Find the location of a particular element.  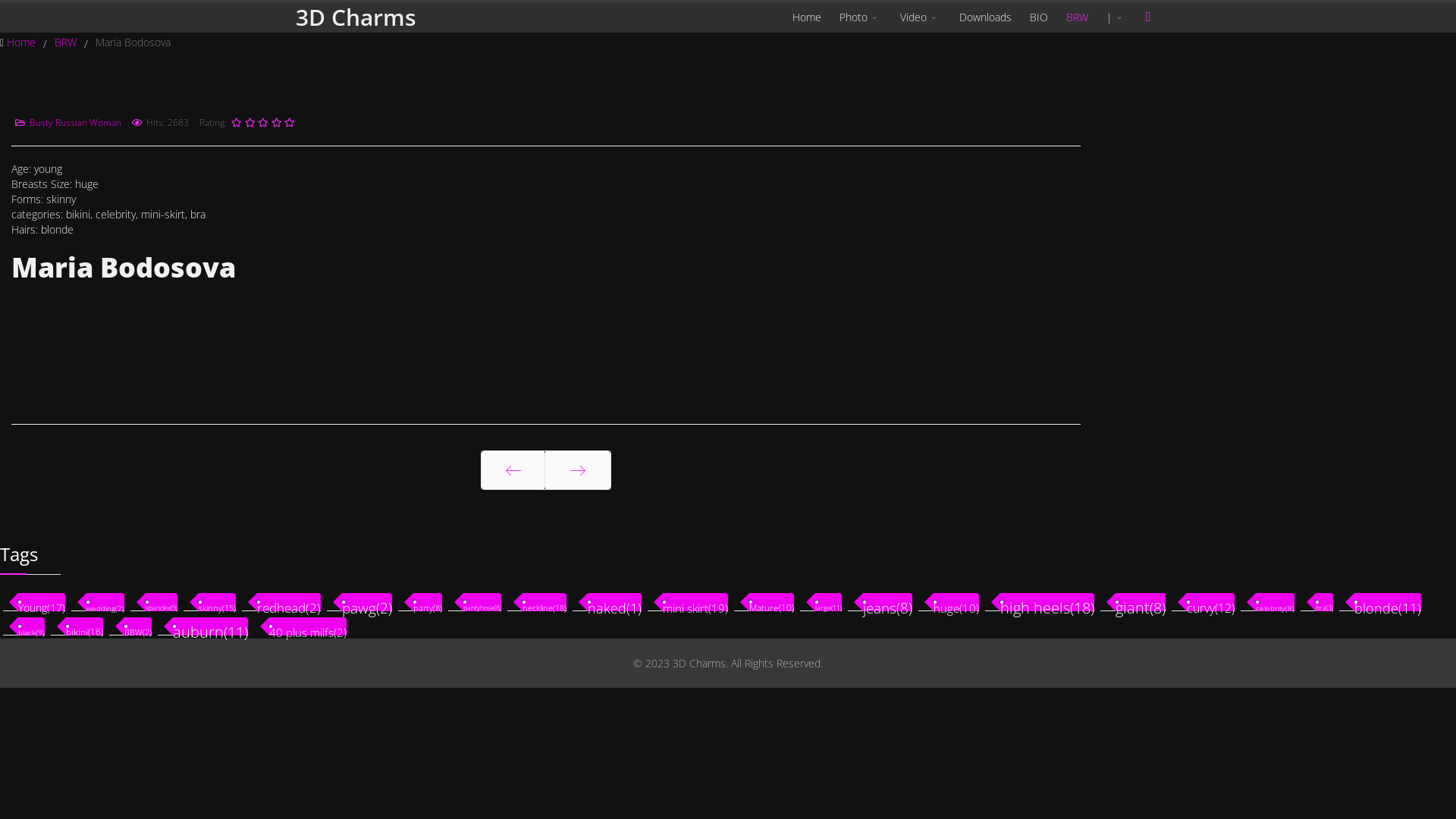

'BRW' is located at coordinates (1076, 17).